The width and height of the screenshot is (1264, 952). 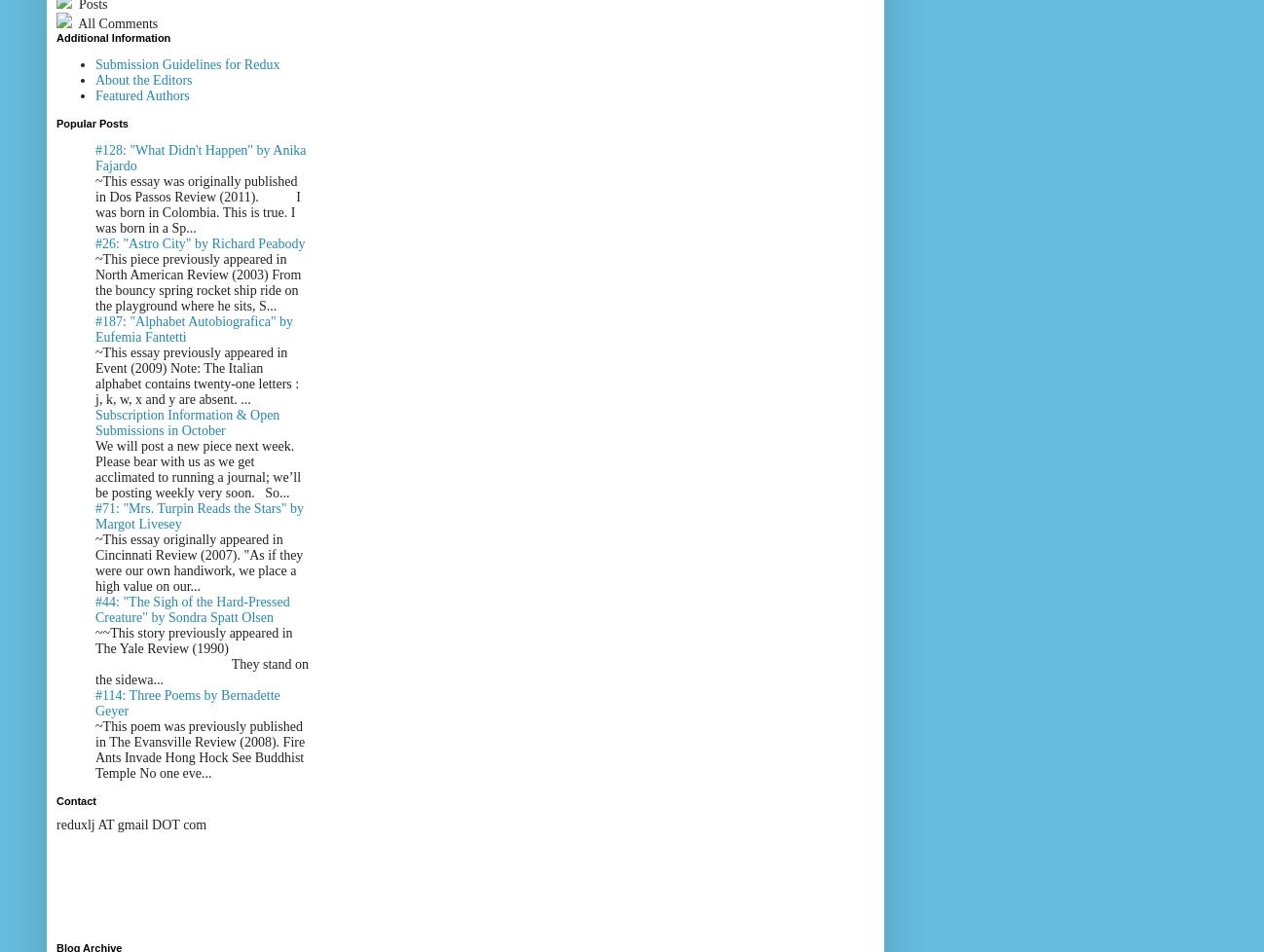 What do you see at coordinates (198, 468) in the screenshot?
I see `'We will post a new piece next week.   Please bear with us as we get acclimated to running a journal; we’ll be posting weekly very soon.   So...'` at bounding box center [198, 468].